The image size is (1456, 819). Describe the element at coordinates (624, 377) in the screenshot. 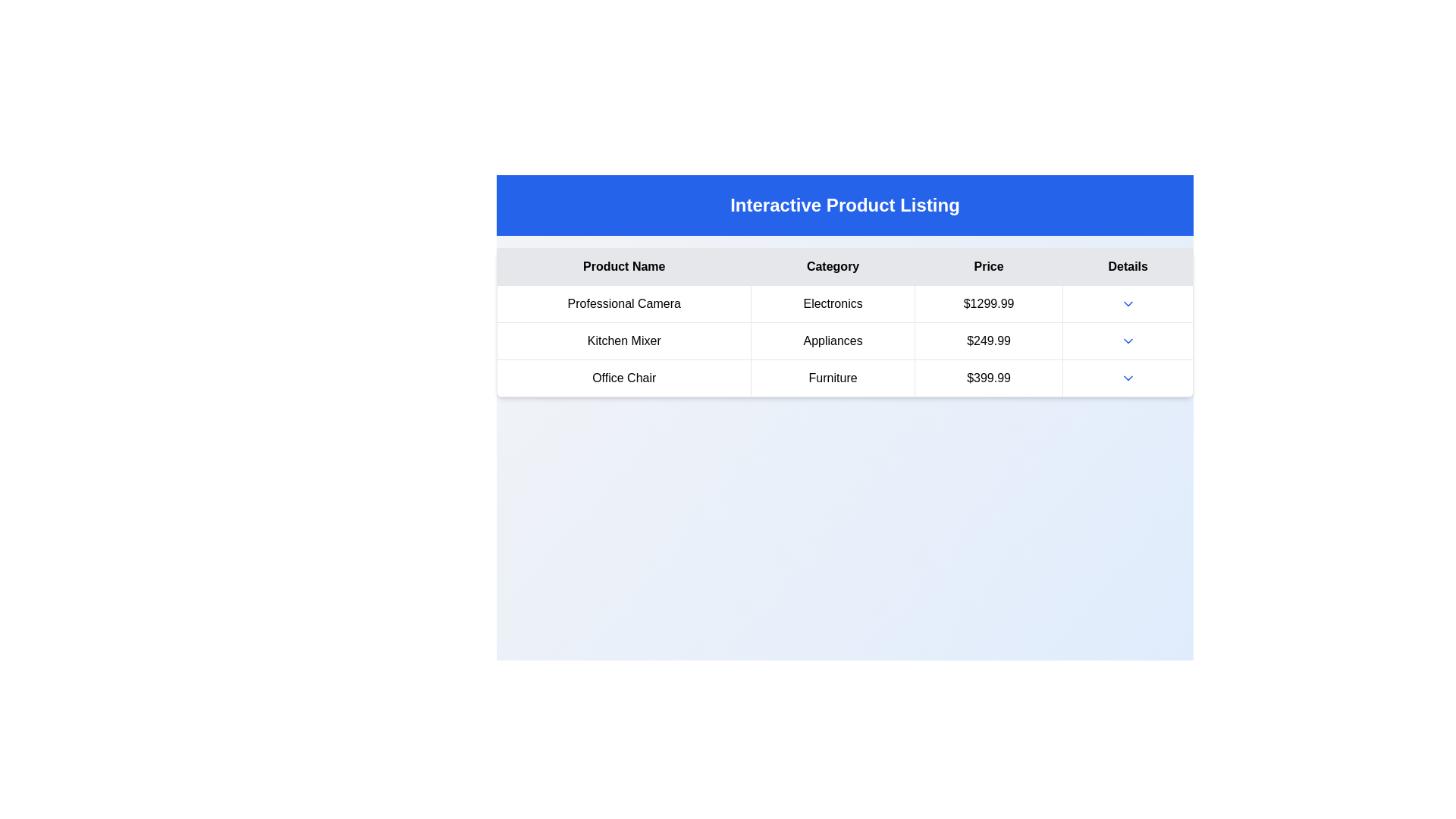

I see `text label displaying 'Office Chair' in bold, located in the first column of the third row under the 'Product Name' header` at that location.